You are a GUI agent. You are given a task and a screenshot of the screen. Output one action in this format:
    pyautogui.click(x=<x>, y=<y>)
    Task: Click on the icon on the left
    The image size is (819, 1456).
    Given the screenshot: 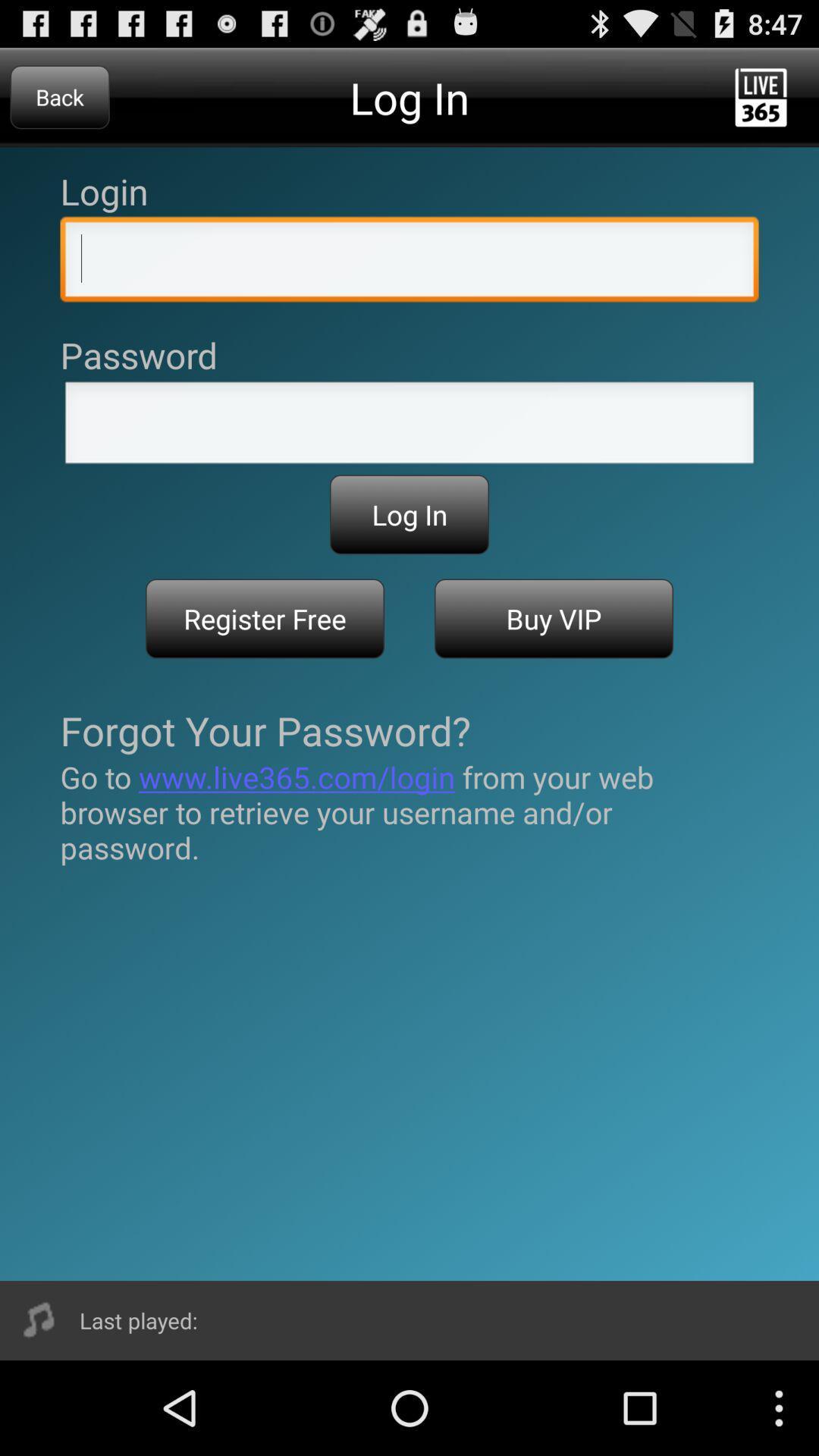 What is the action you would take?
    pyautogui.click(x=264, y=619)
    